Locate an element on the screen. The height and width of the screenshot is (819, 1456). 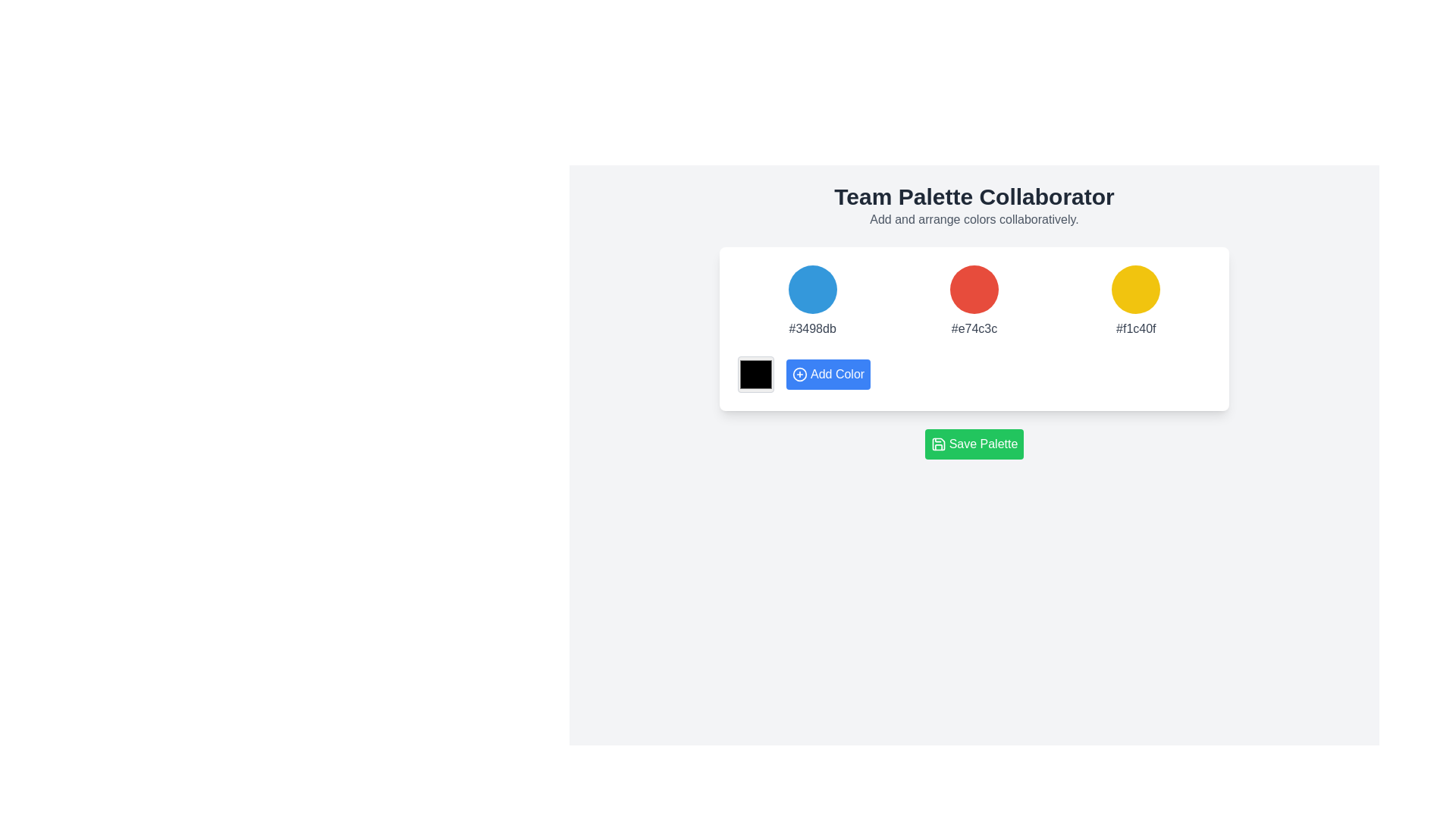
the Text block that serves as the title and description for the interface, located near the top center of the layout, above other components is located at coordinates (974, 206).